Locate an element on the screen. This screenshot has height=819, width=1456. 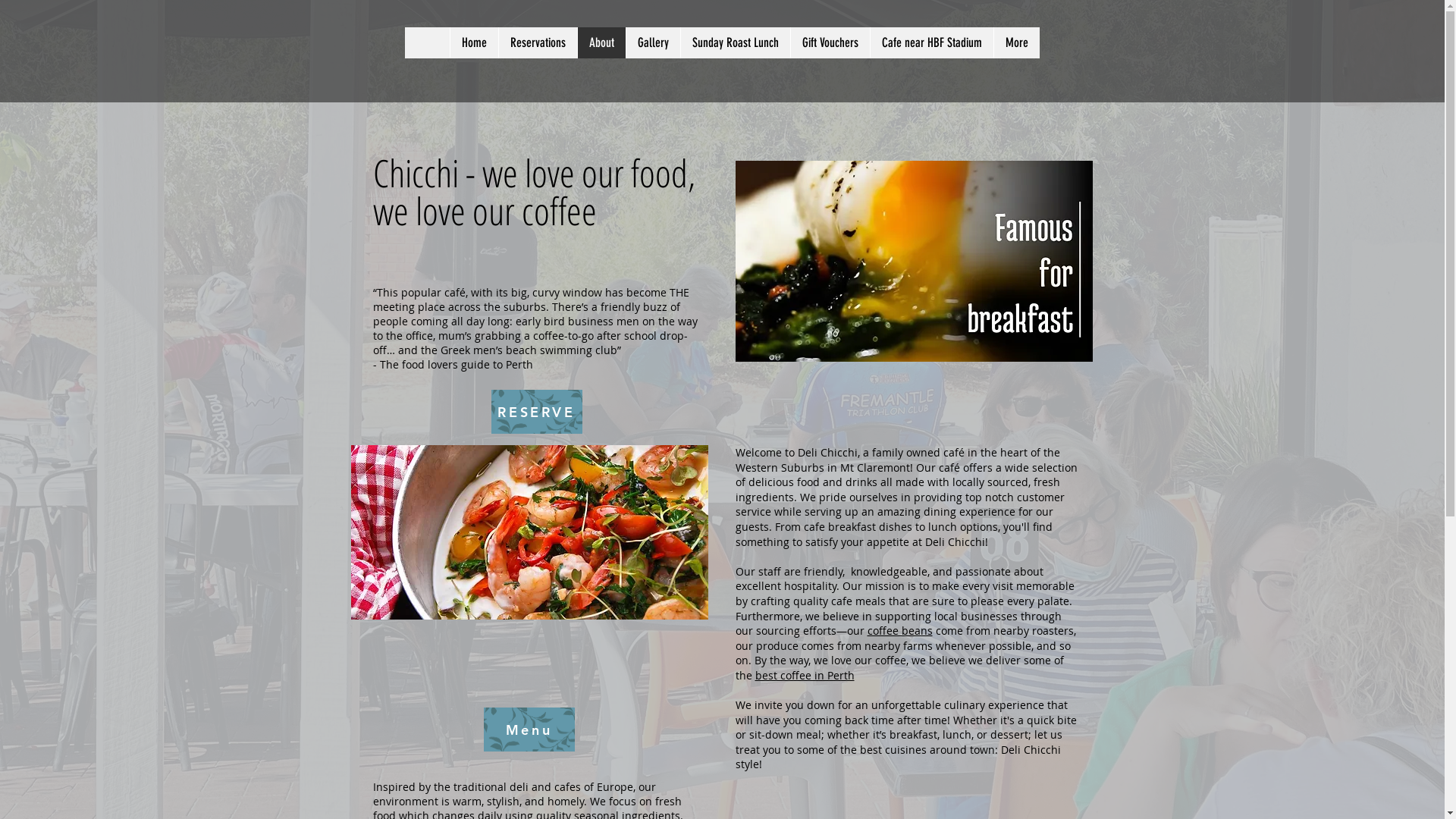
'best coffee in Perth' is located at coordinates (804, 674).